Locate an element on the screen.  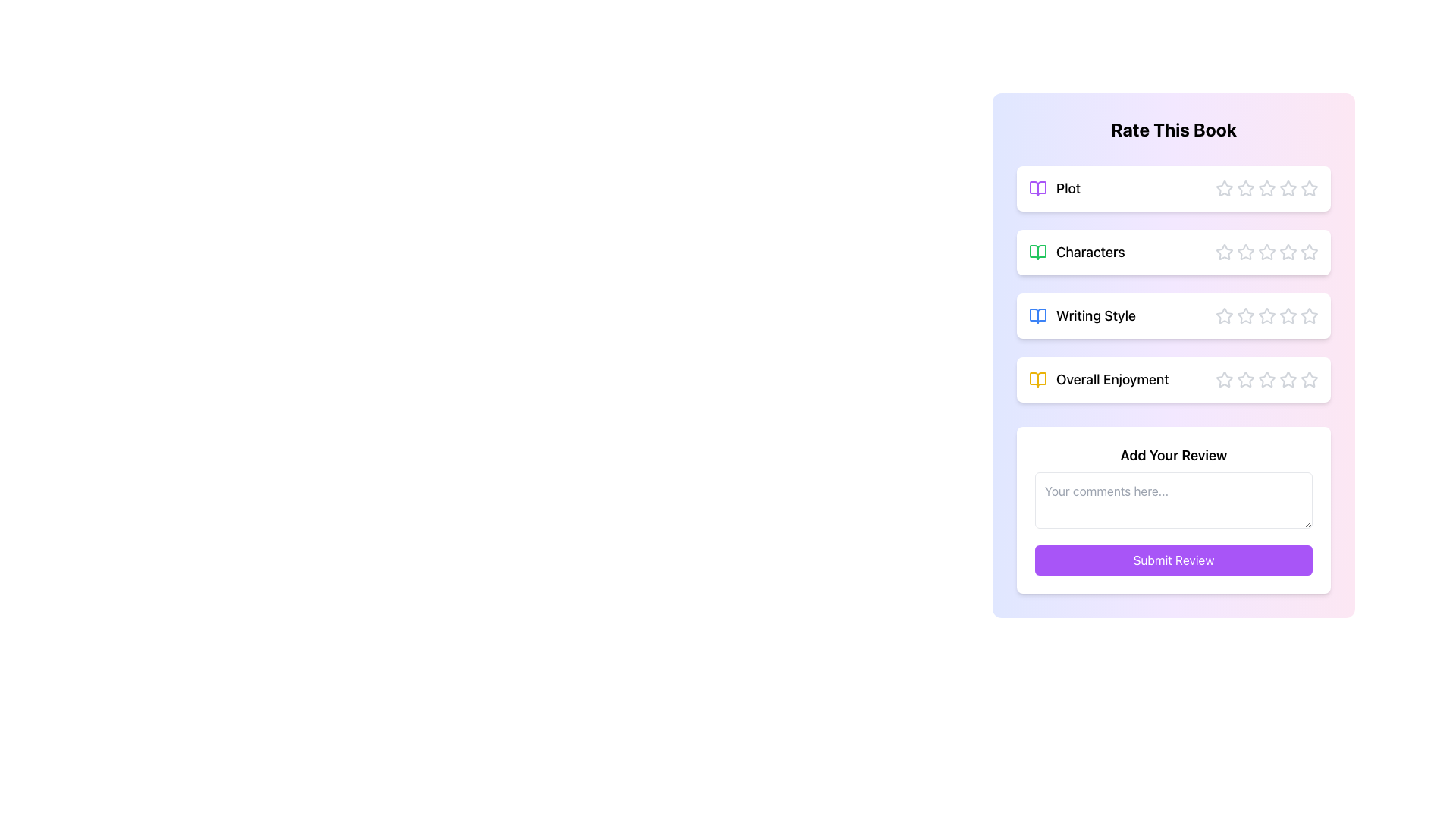
the 'Submit Review' button, which is a rectangular button with rounded corners, solid purple background, and white text is located at coordinates (1173, 560).